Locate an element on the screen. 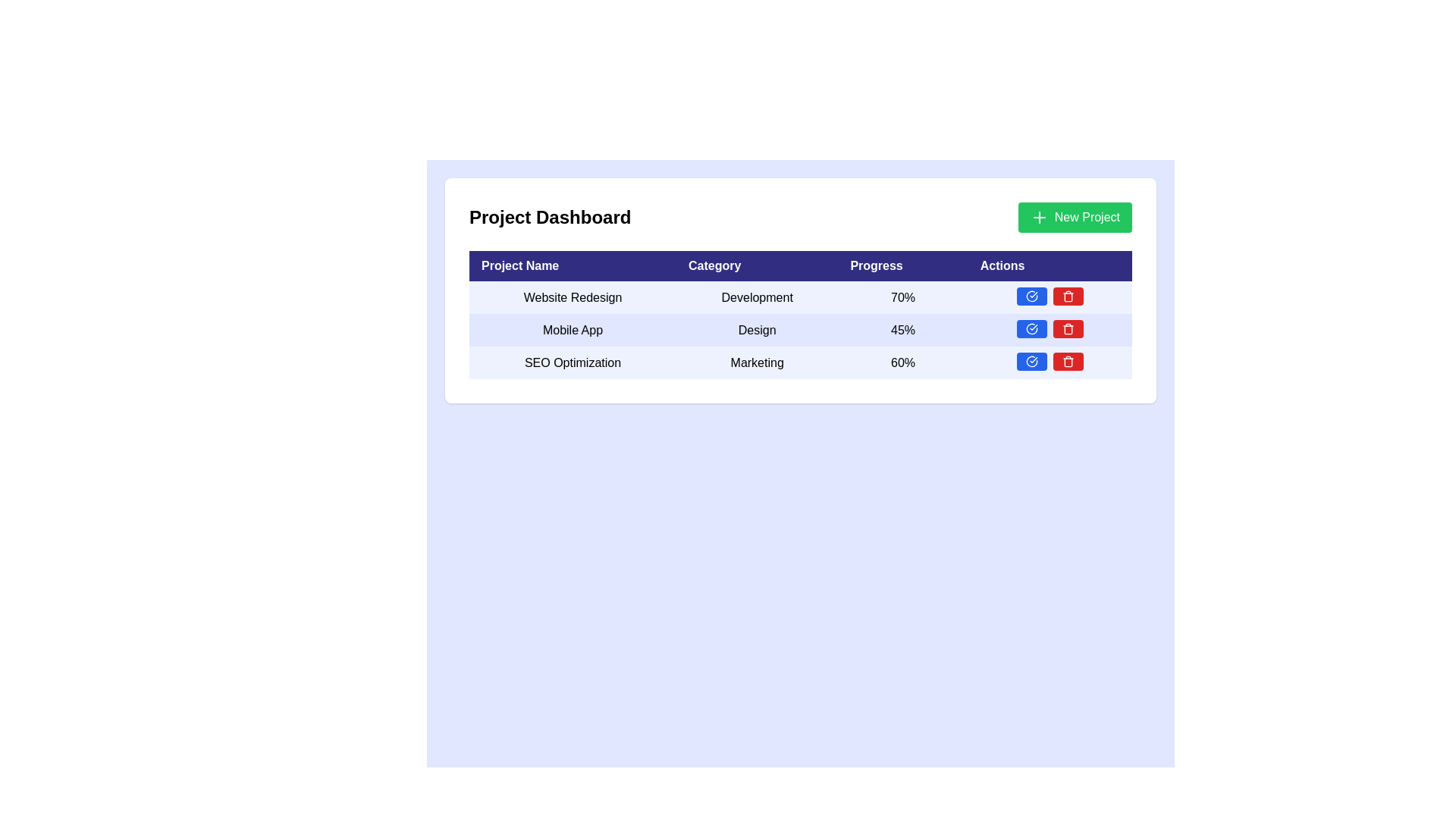  text 'Development' displayed in the Text Display Cell located in the second column of the first row of the main table within the 'Project Dashboard' section is located at coordinates (757, 297).